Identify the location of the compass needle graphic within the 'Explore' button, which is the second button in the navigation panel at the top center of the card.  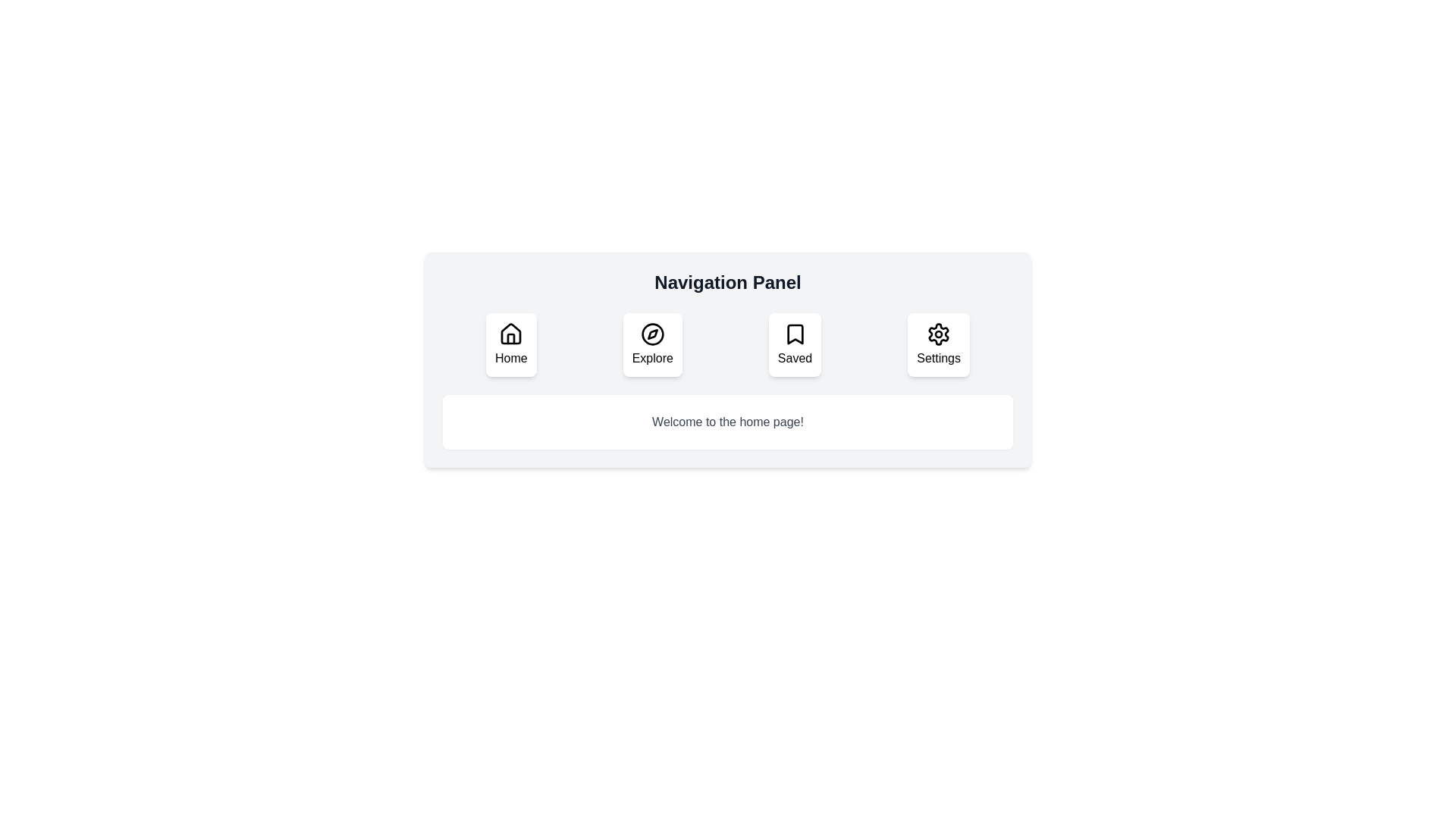
(652, 333).